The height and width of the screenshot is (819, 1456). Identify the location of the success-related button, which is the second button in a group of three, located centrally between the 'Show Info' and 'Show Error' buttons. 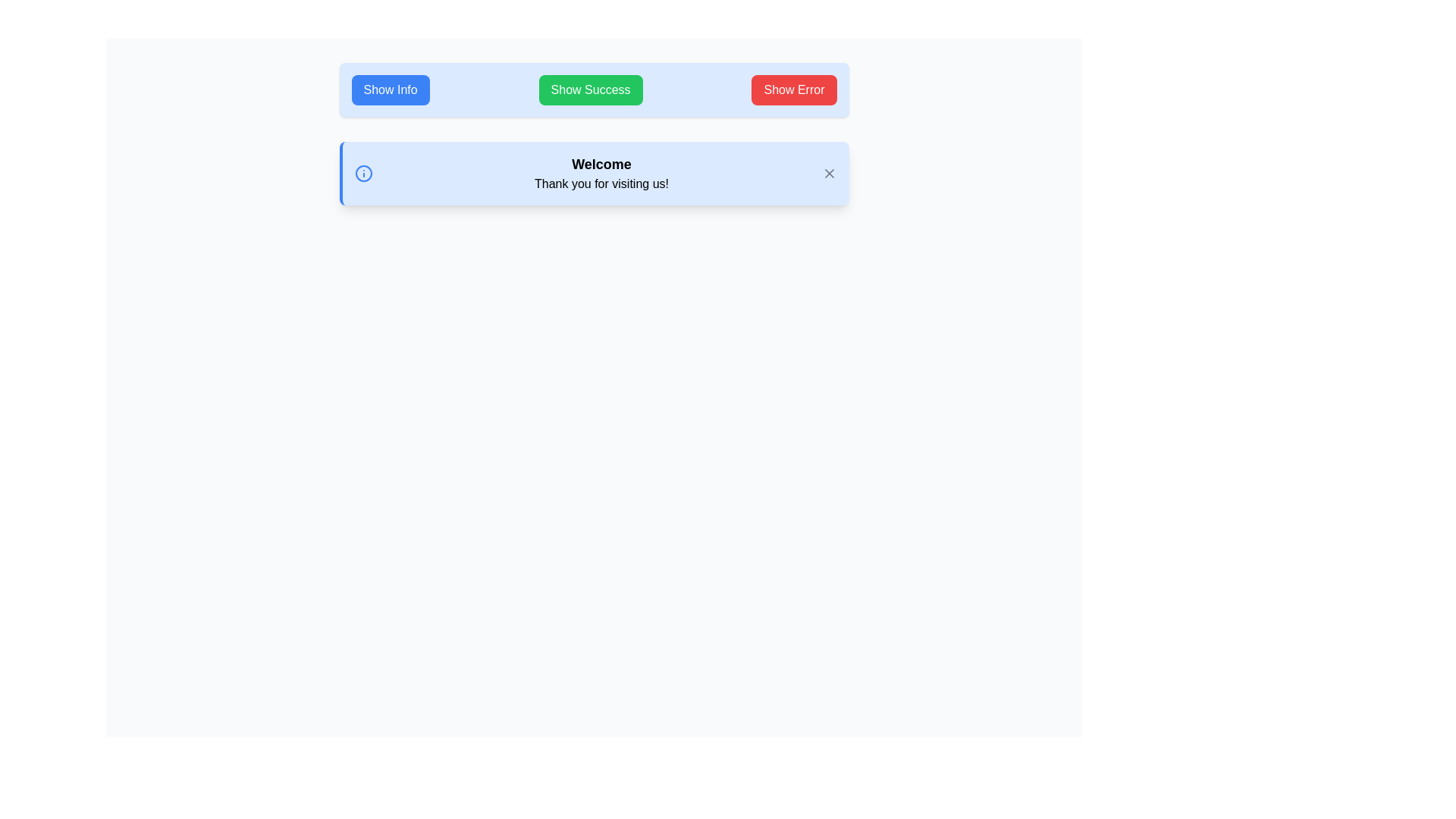
(590, 90).